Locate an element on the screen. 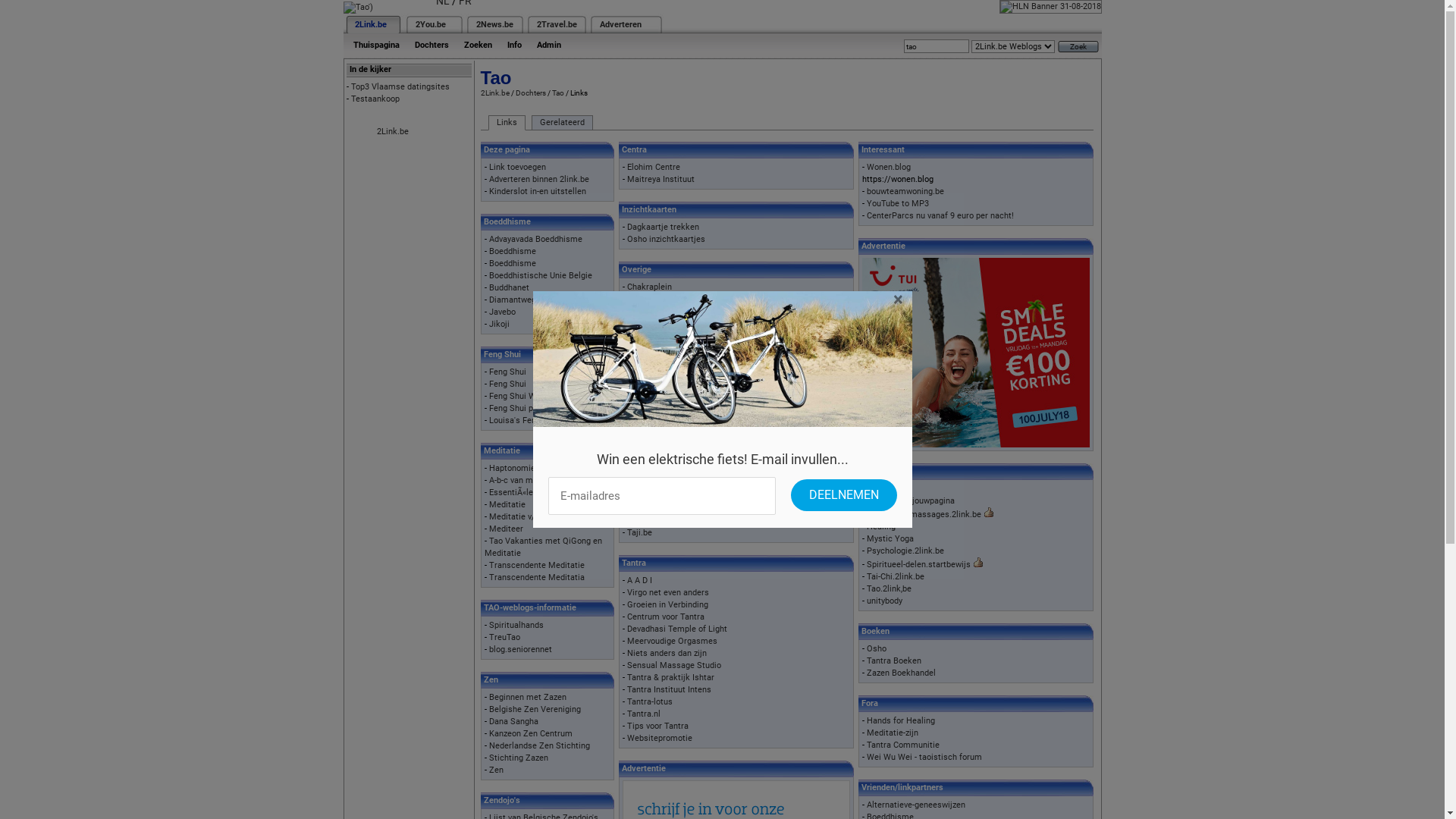  'Advayavada Boeddhisme' is located at coordinates (535, 239).